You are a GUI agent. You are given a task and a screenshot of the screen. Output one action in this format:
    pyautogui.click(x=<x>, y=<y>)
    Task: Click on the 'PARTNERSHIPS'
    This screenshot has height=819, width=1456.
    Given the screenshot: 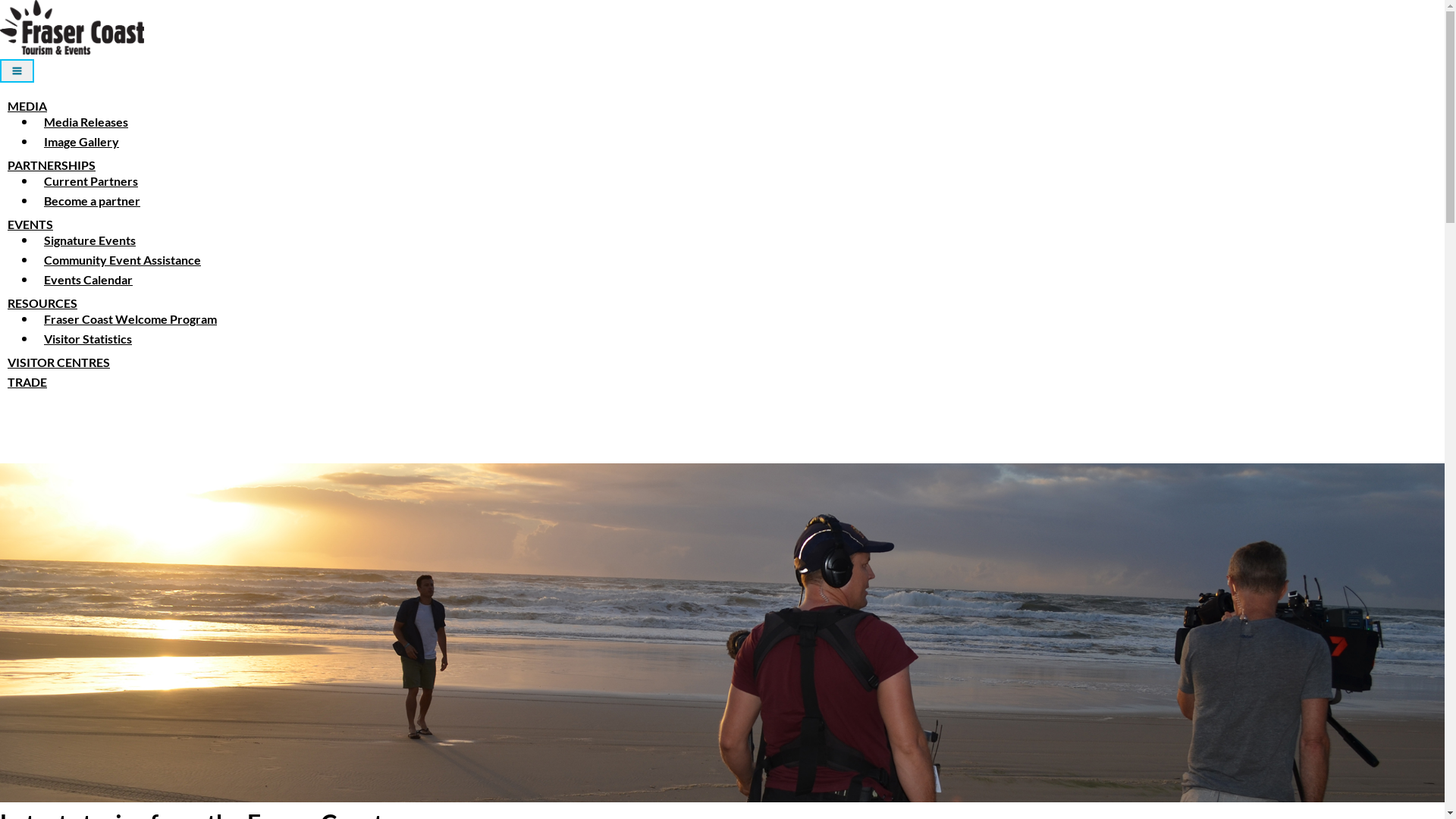 What is the action you would take?
    pyautogui.click(x=51, y=165)
    